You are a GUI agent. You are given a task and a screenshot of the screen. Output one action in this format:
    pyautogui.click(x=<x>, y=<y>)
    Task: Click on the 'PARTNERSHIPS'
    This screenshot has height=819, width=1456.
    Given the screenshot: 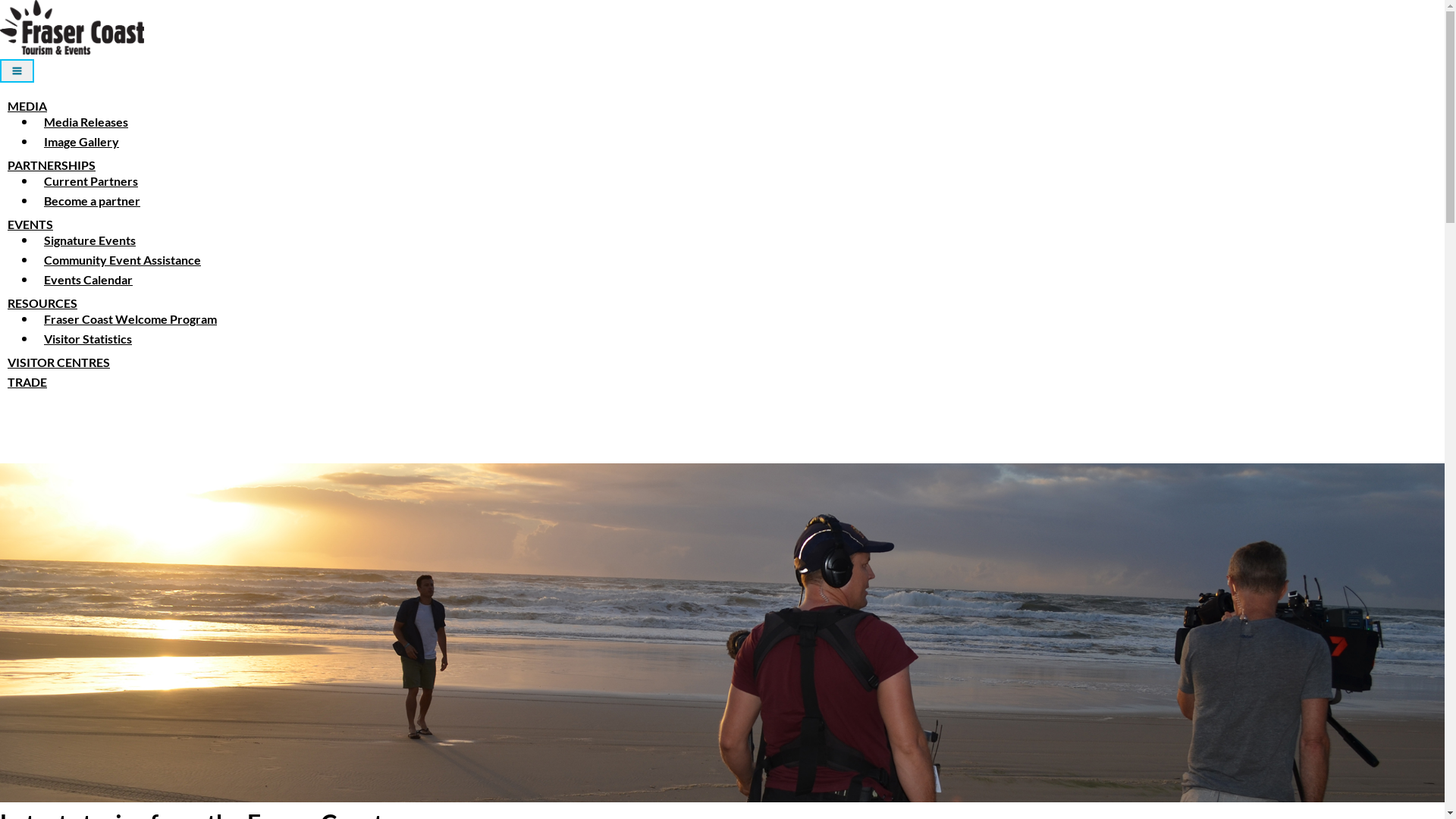 What is the action you would take?
    pyautogui.click(x=51, y=165)
    